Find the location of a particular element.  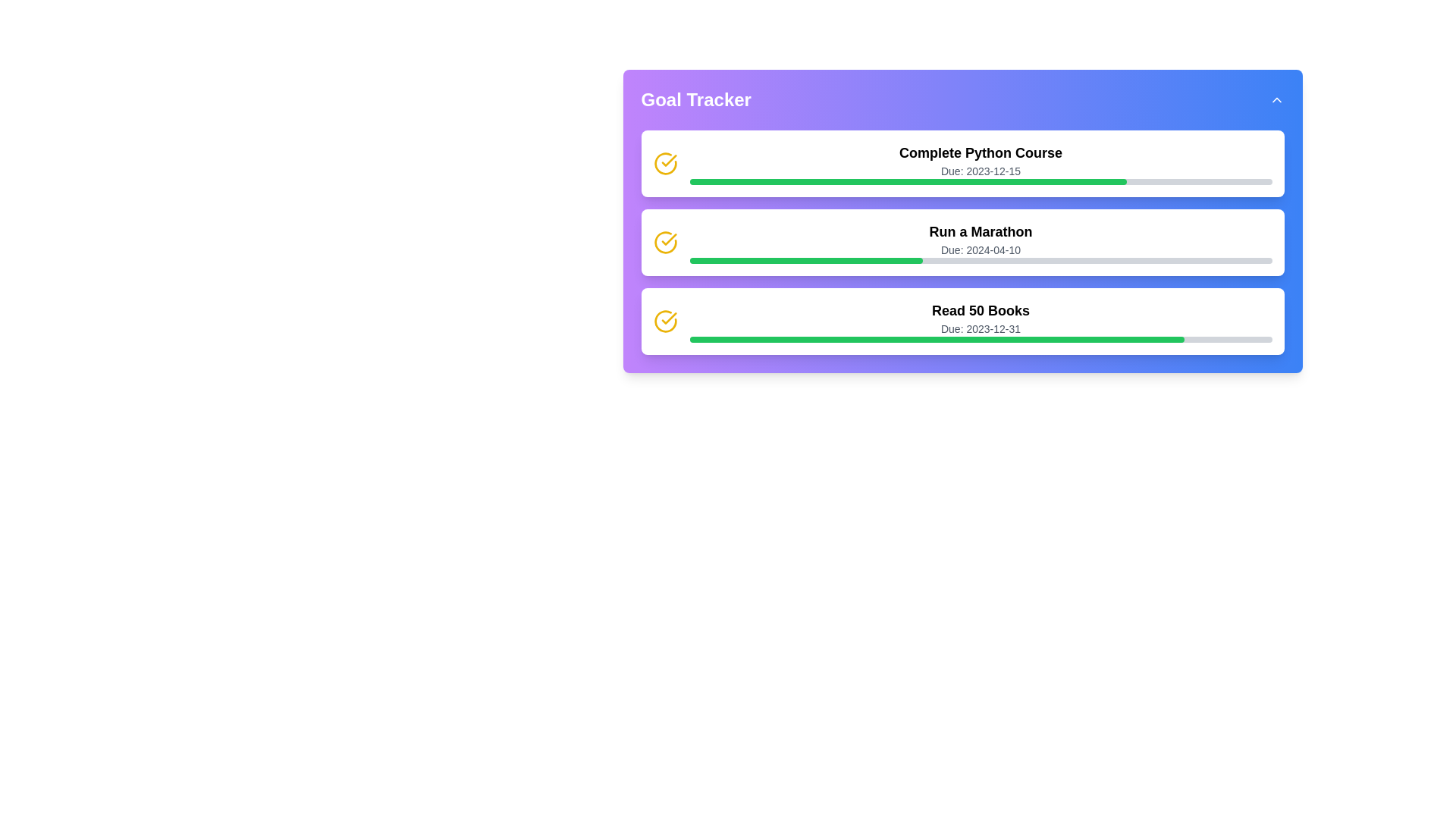

the task completion icon located in the top-left corner of the 'Complete Python Course' goal list item, which is visually represented by a circular icon is located at coordinates (668, 239).